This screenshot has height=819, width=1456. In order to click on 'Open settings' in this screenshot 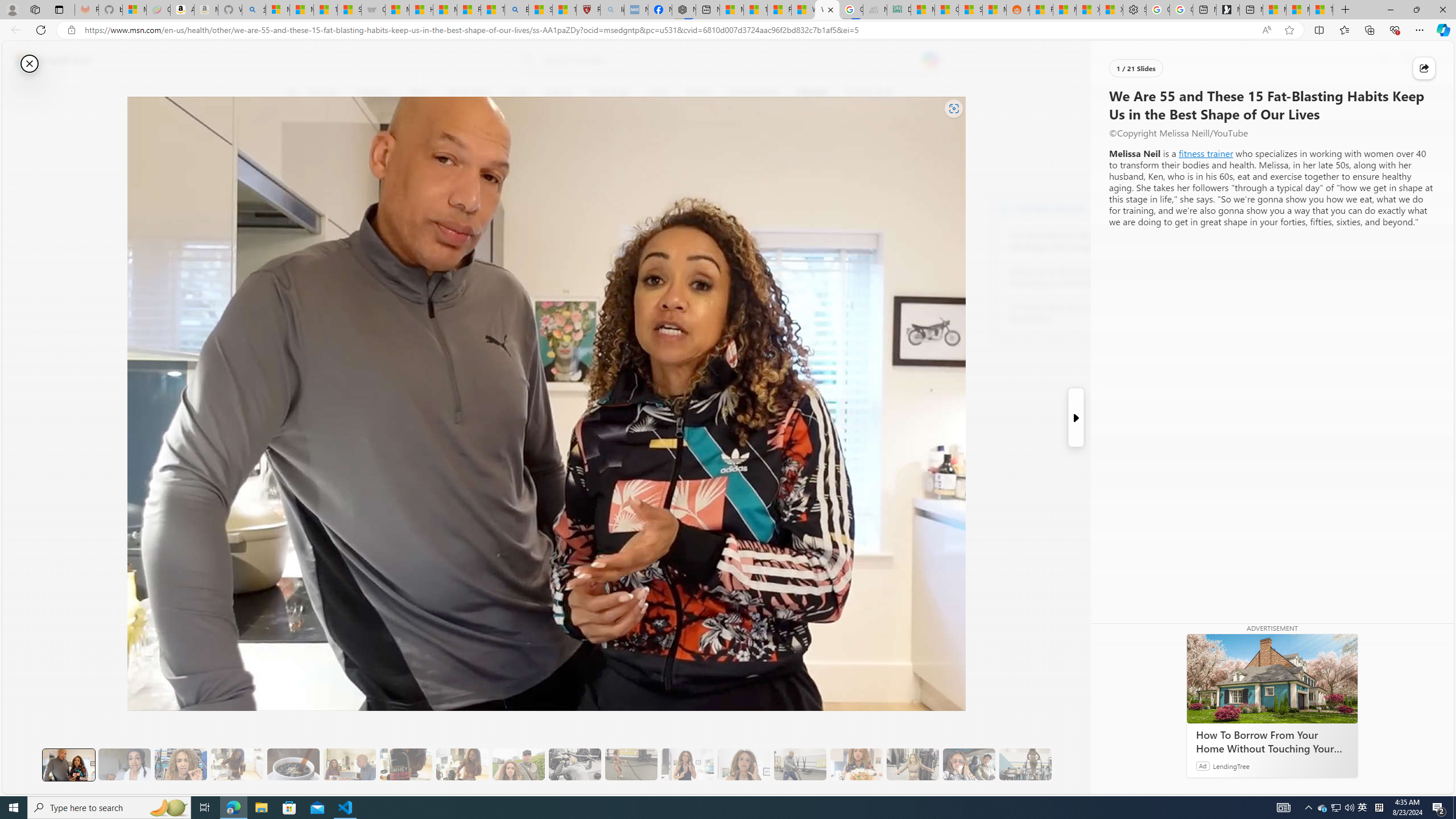, I will do `click(1428, 60)`.